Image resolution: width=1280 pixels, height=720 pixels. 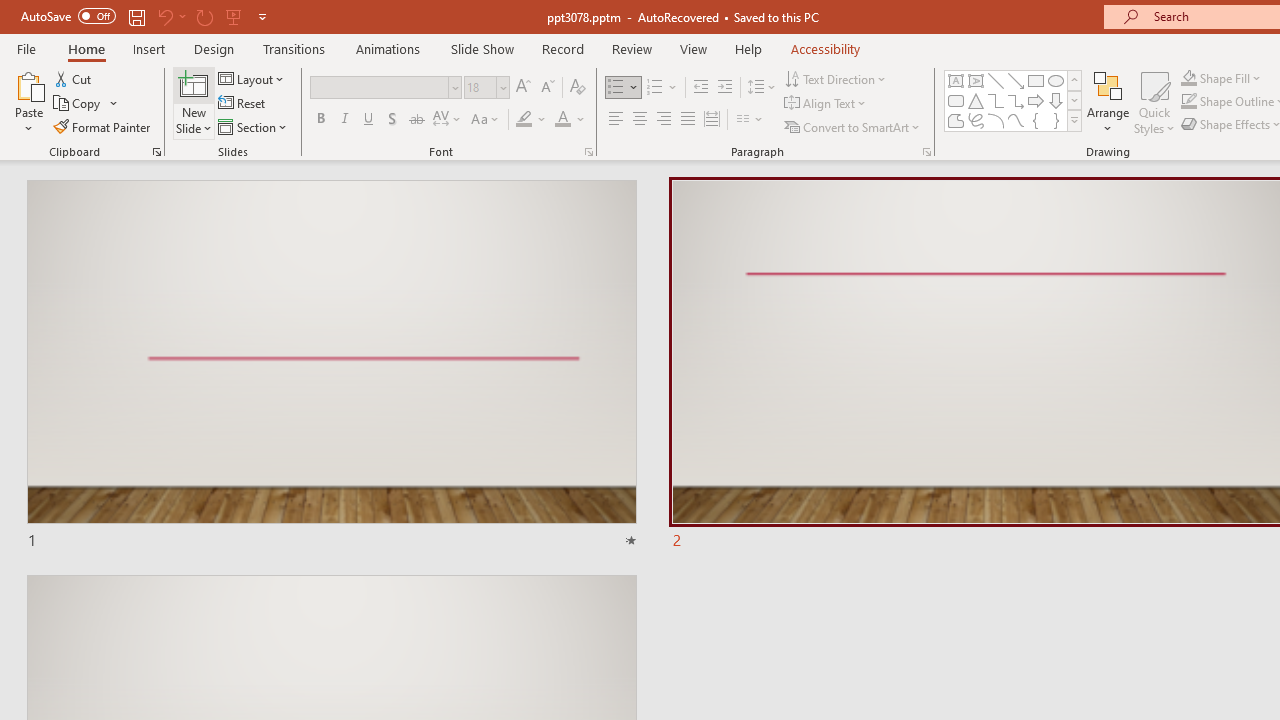 What do you see at coordinates (712, 119) in the screenshot?
I see `'Distributed'` at bounding box center [712, 119].